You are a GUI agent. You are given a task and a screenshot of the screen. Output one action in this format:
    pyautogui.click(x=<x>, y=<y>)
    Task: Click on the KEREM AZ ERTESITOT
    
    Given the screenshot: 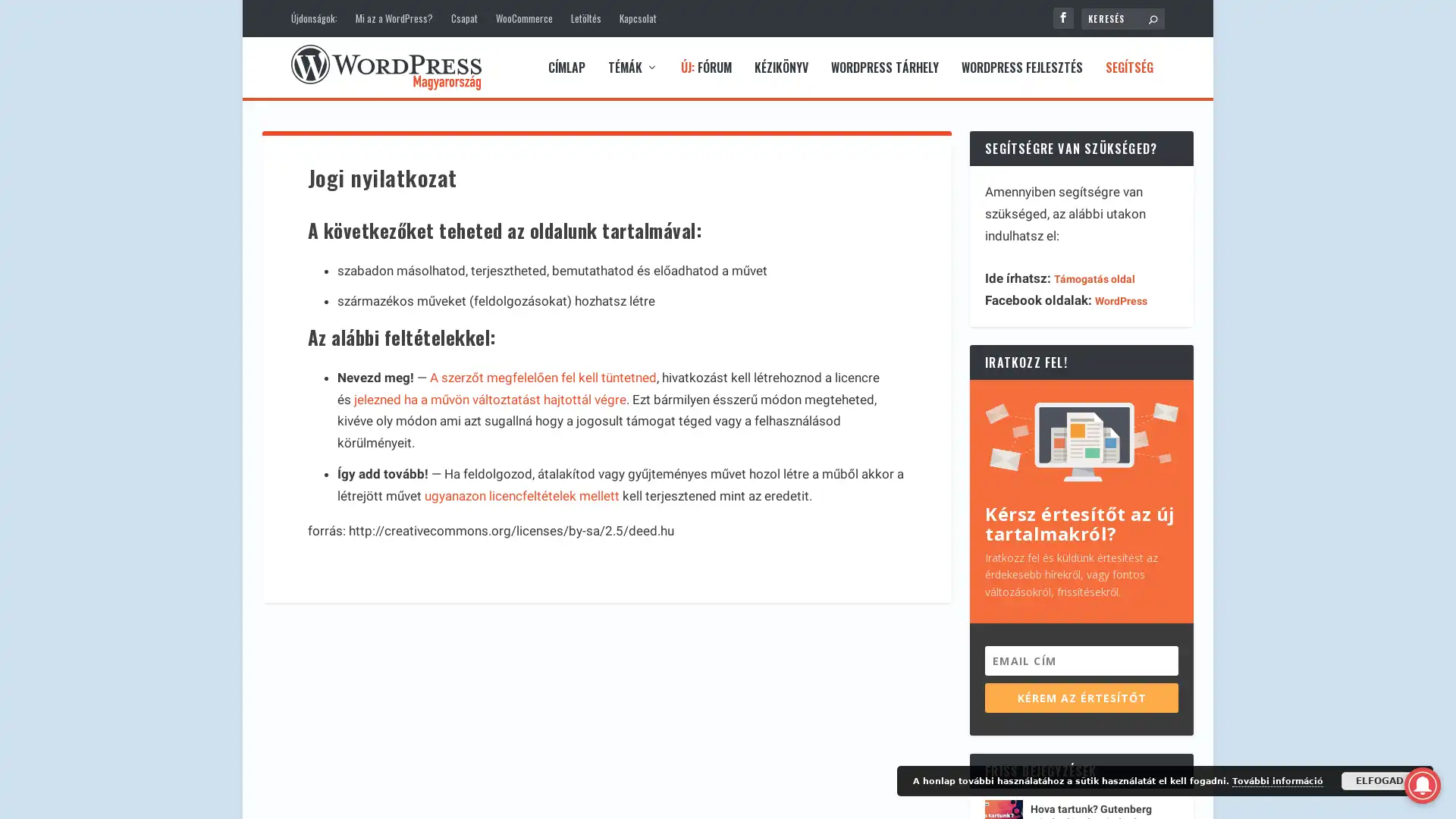 What is the action you would take?
    pyautogui.click(x=1081, y=697)
    